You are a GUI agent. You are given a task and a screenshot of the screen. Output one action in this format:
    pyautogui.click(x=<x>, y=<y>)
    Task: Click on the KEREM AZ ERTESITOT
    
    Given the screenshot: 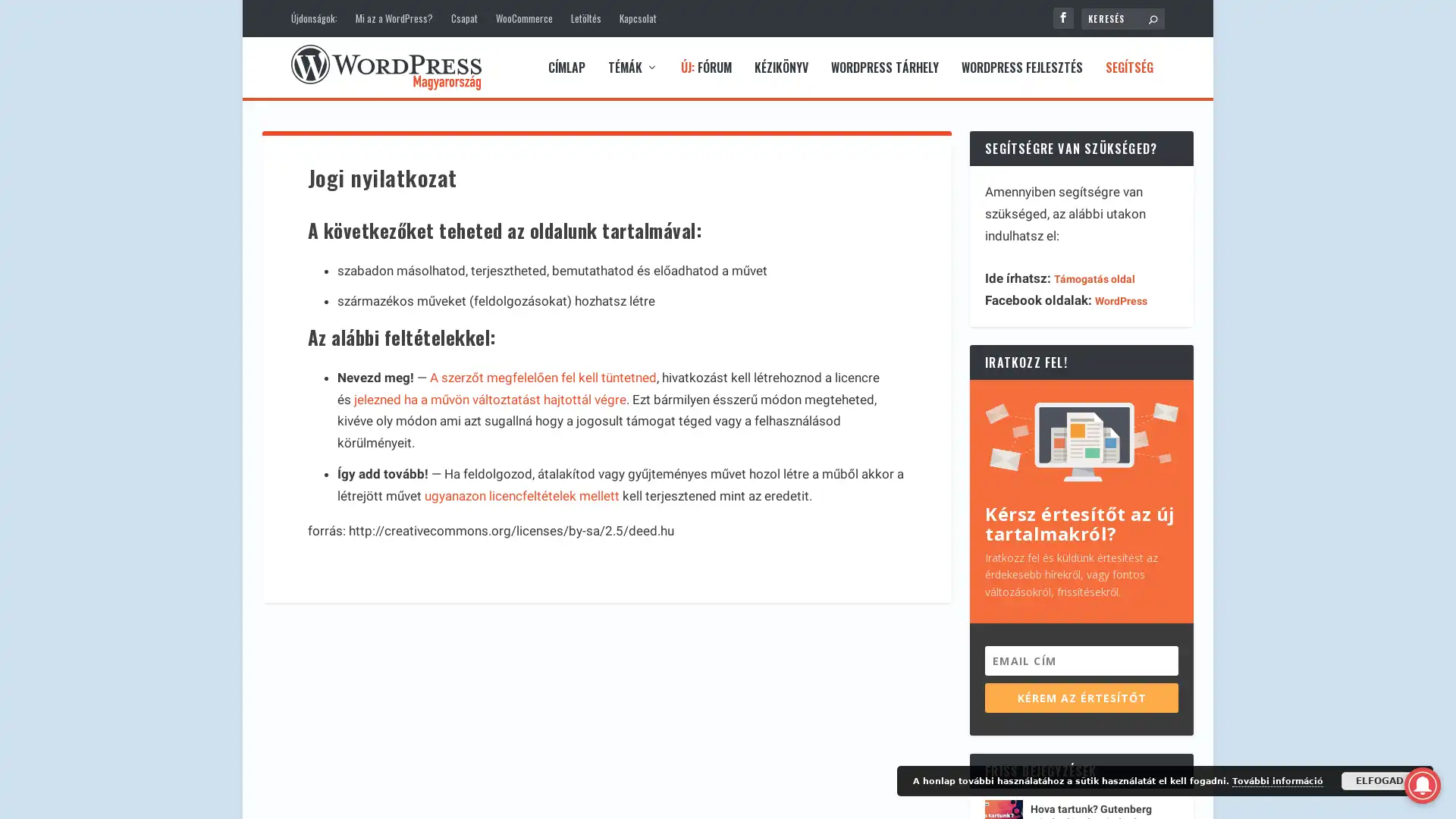 What is the action you would take?
    pyautogui.click(x=1081, y=697)
    